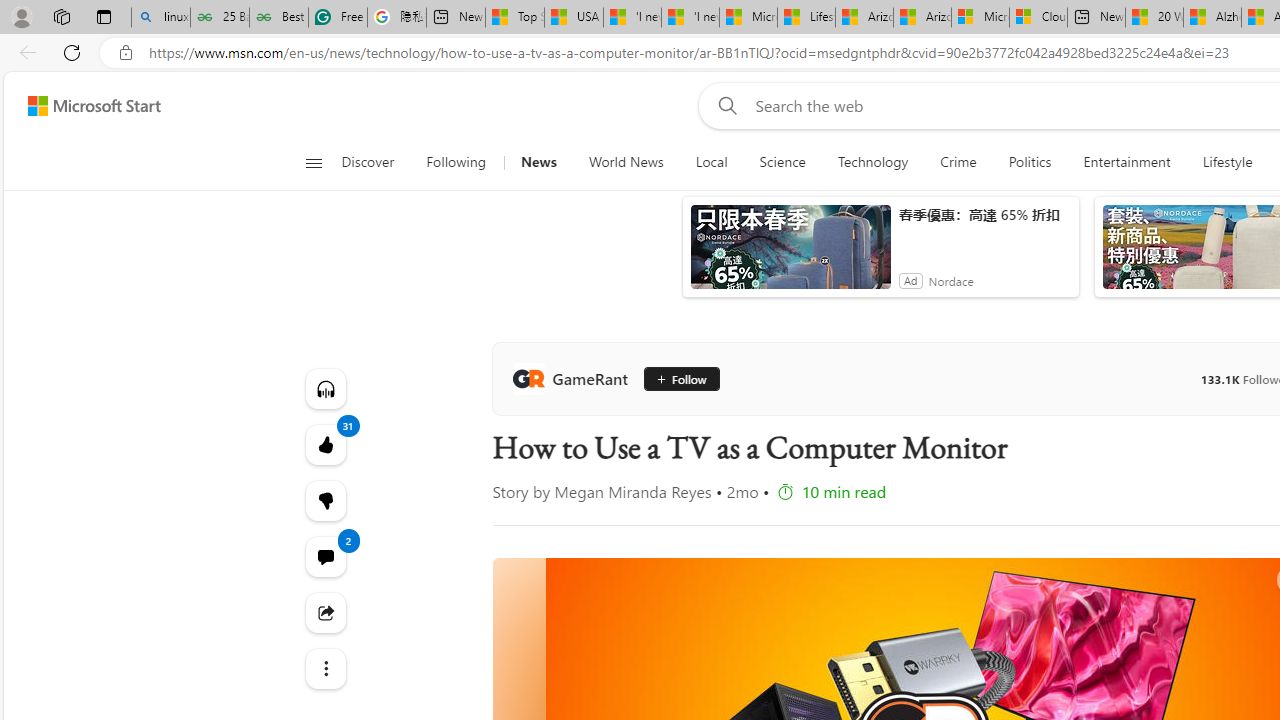  I want to click on 'Open navigation menu', so click(312, 162).